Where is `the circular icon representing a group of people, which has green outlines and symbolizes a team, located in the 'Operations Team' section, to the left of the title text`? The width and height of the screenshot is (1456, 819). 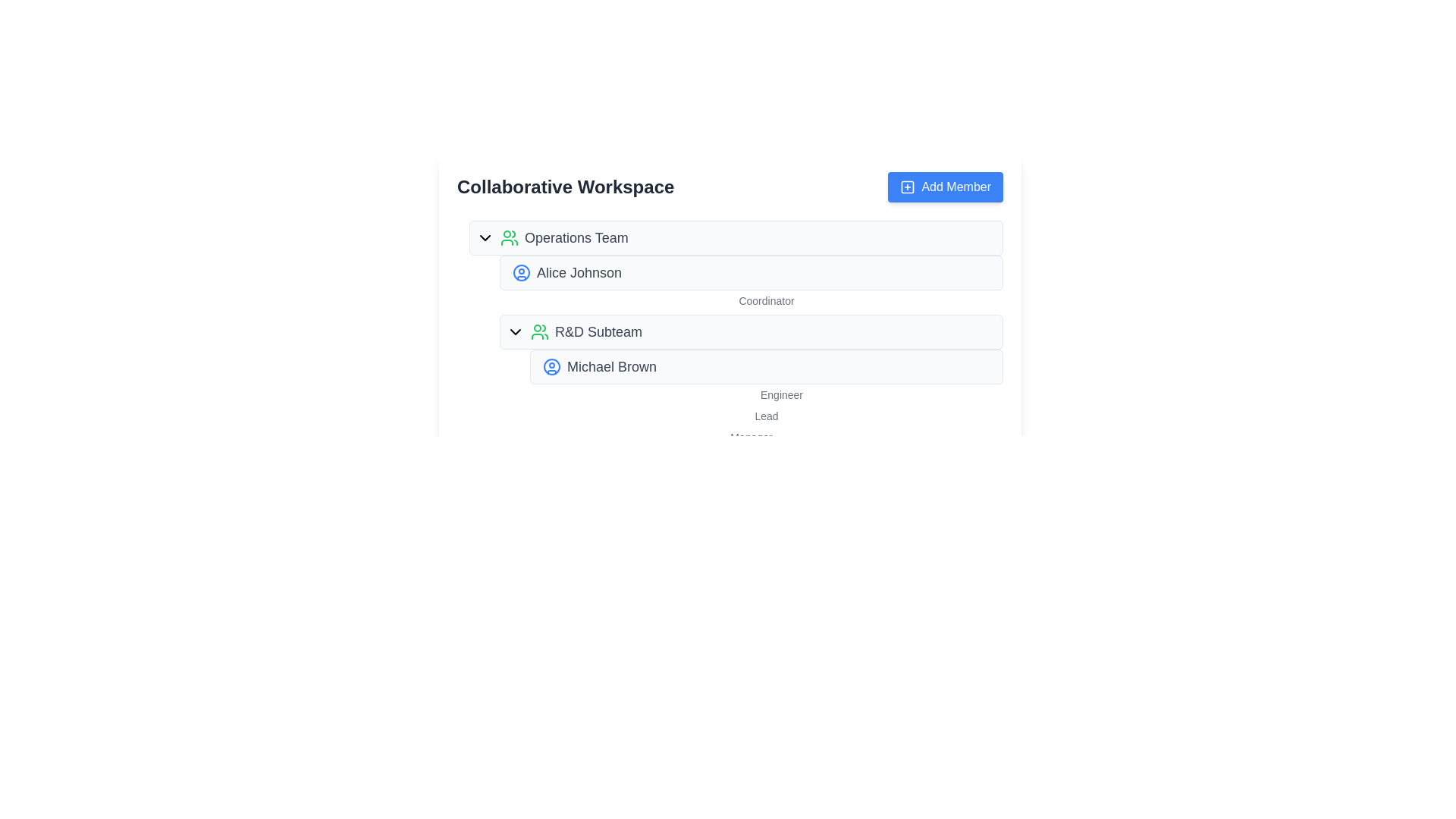
the circular icon representing a group of people, which has green outlines and symbolizes a team, located in the 'Operations Team' section, to the left of the title text is located at coordinates (510, 237).